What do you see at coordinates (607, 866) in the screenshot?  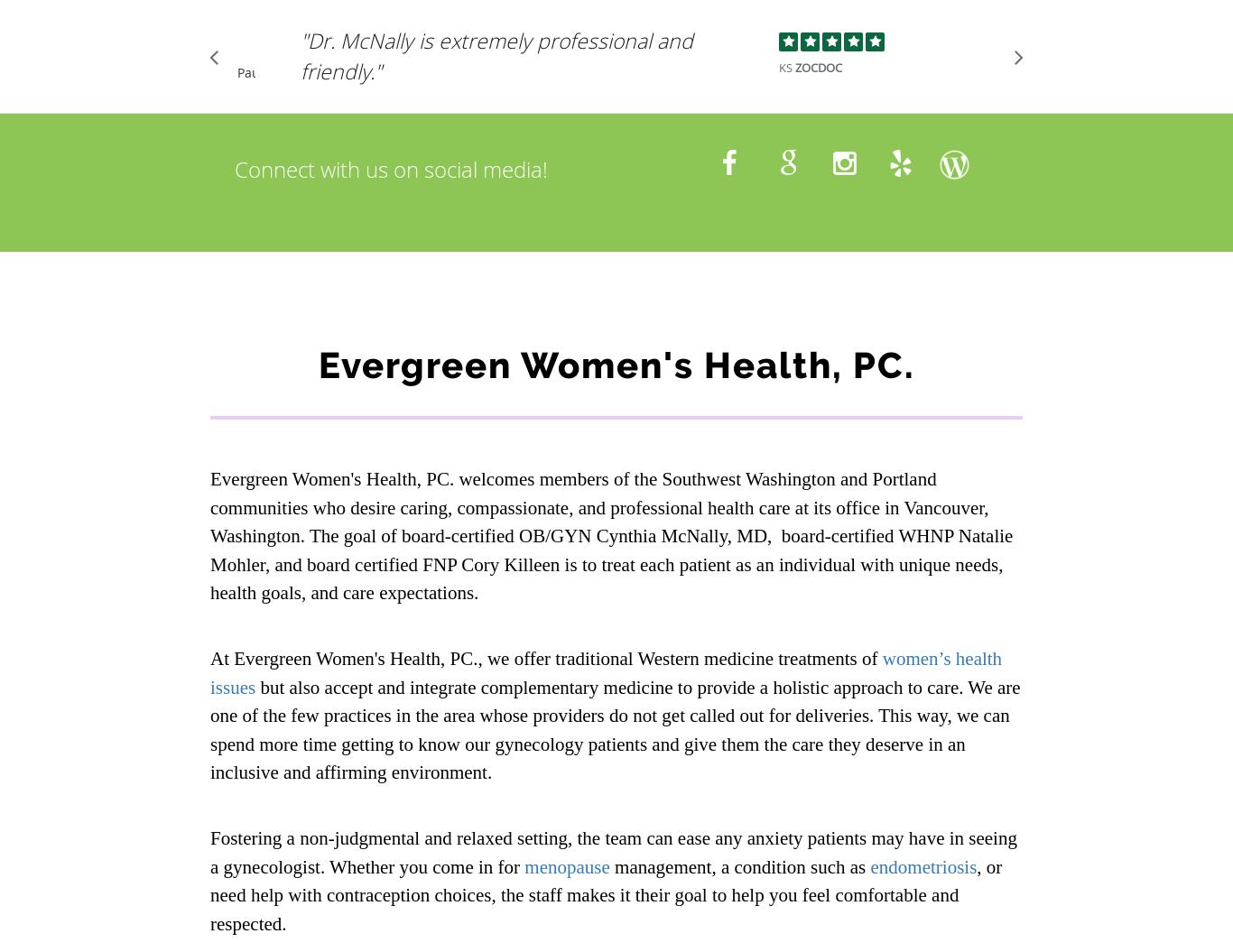 I see `'management, a condition such as'` at bounding box center [607, 866].